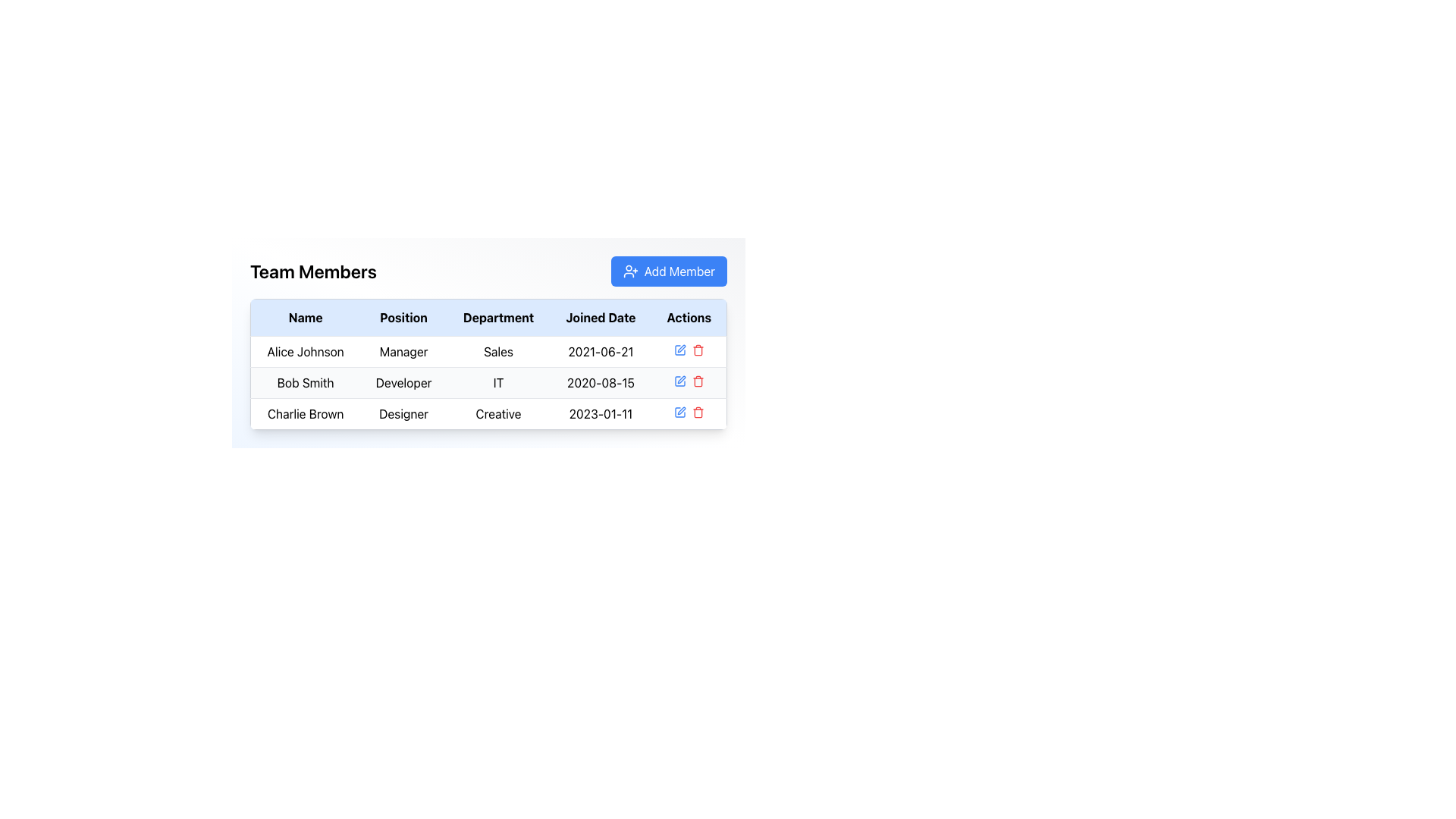 This screenshot has height=819, width=1456. What do you see at coordinates (679, 271) in the screenshot?
I see `the label inside the button that allows user interaction to add a member to a list or group, located towards the top-right corner of the 'Team Members' section, centered within the rectangular blue button` at bounding box center [679, 271].